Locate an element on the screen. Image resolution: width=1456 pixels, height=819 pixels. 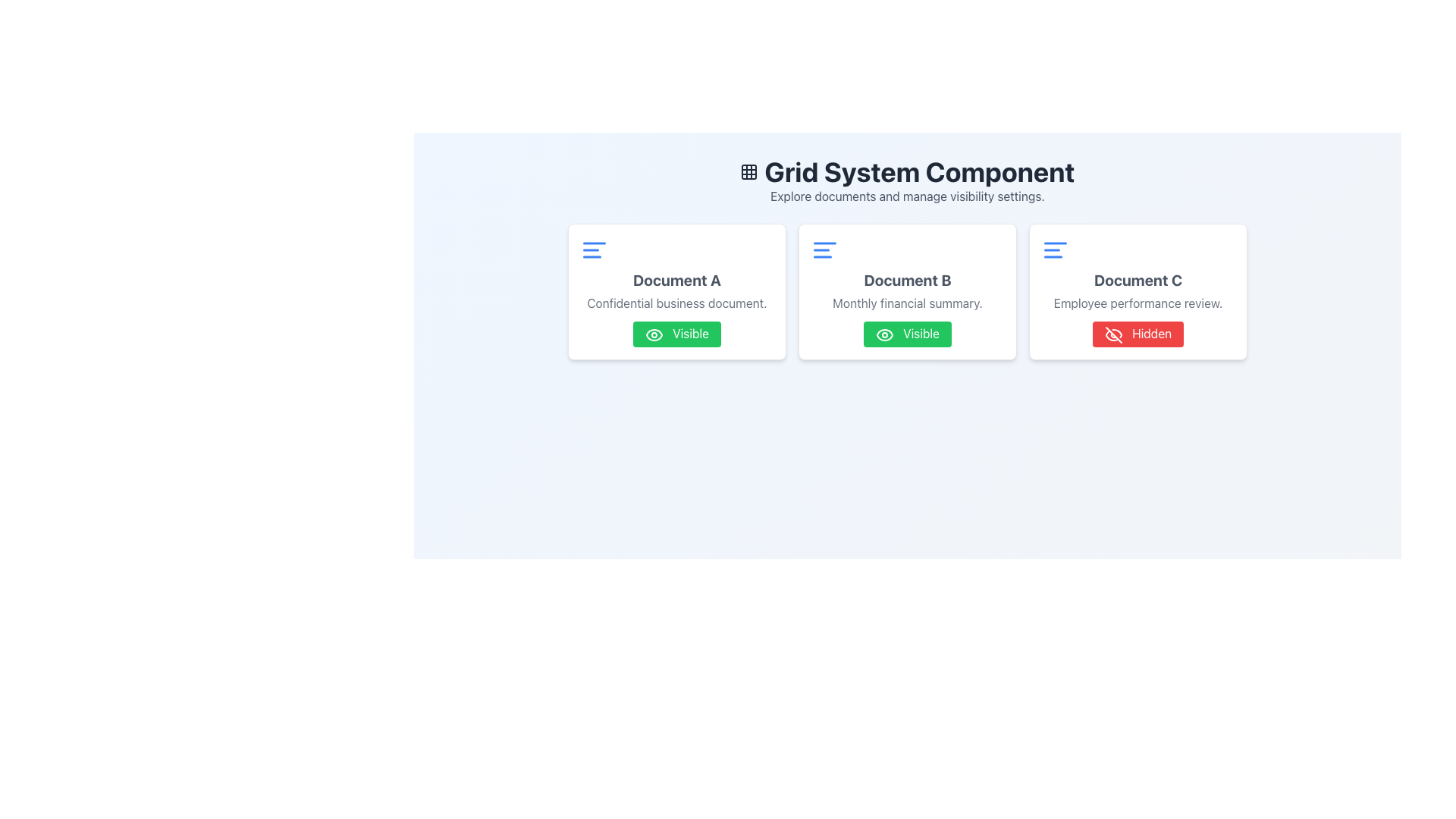
the eye icon indicating visibility status for 'Document B' within the green 'Visible' status badge is located at coordinates (884, 334).